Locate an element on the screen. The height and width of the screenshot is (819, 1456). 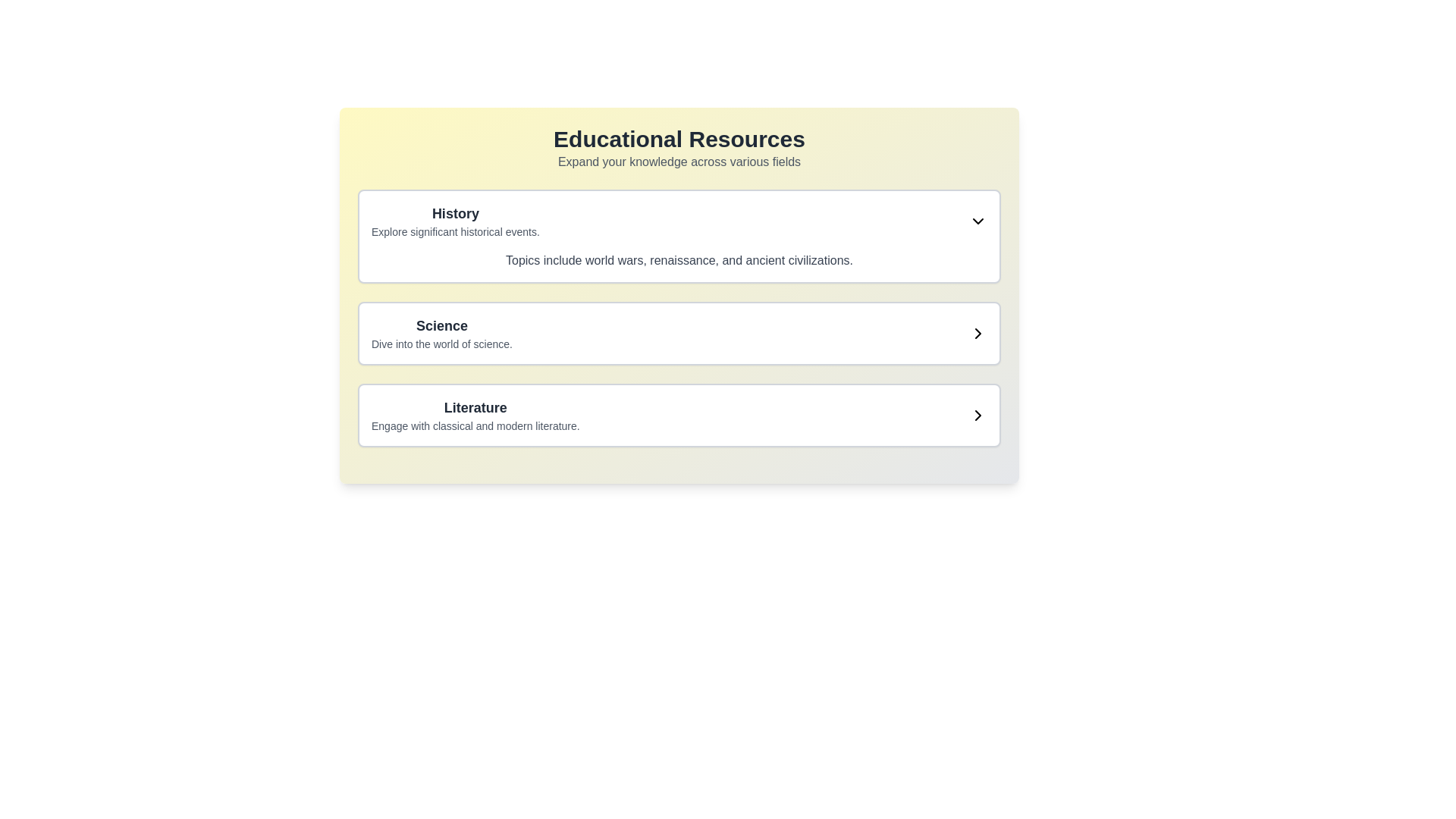
the Static Text element that provides a supportive description or motivational tagline beneath the 'Educational Resources' heading is located at coordinates (679, 162).